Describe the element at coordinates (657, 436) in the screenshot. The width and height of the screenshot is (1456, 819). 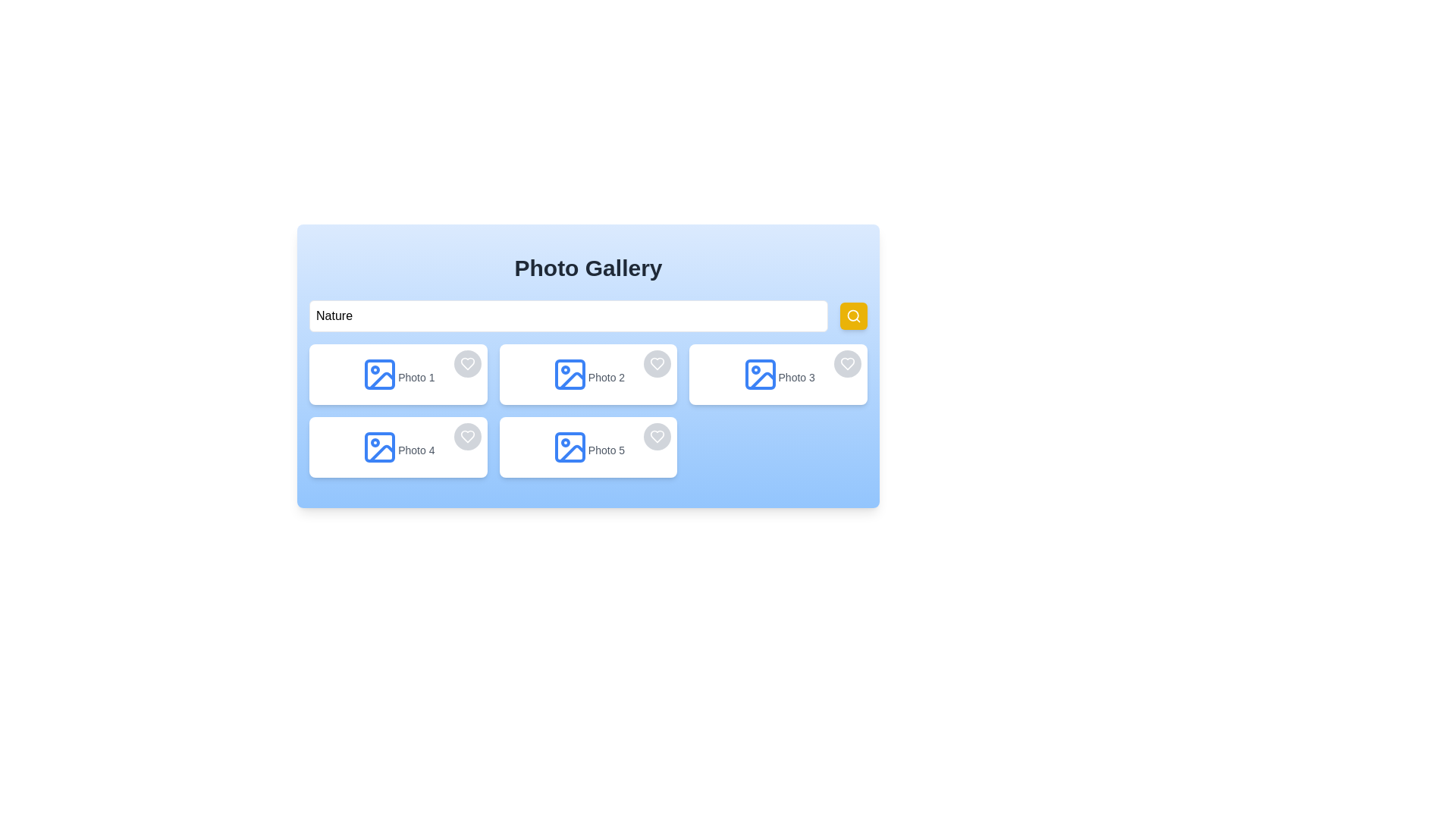
I see `the 'like' button for 'Photo 5'` at that location.